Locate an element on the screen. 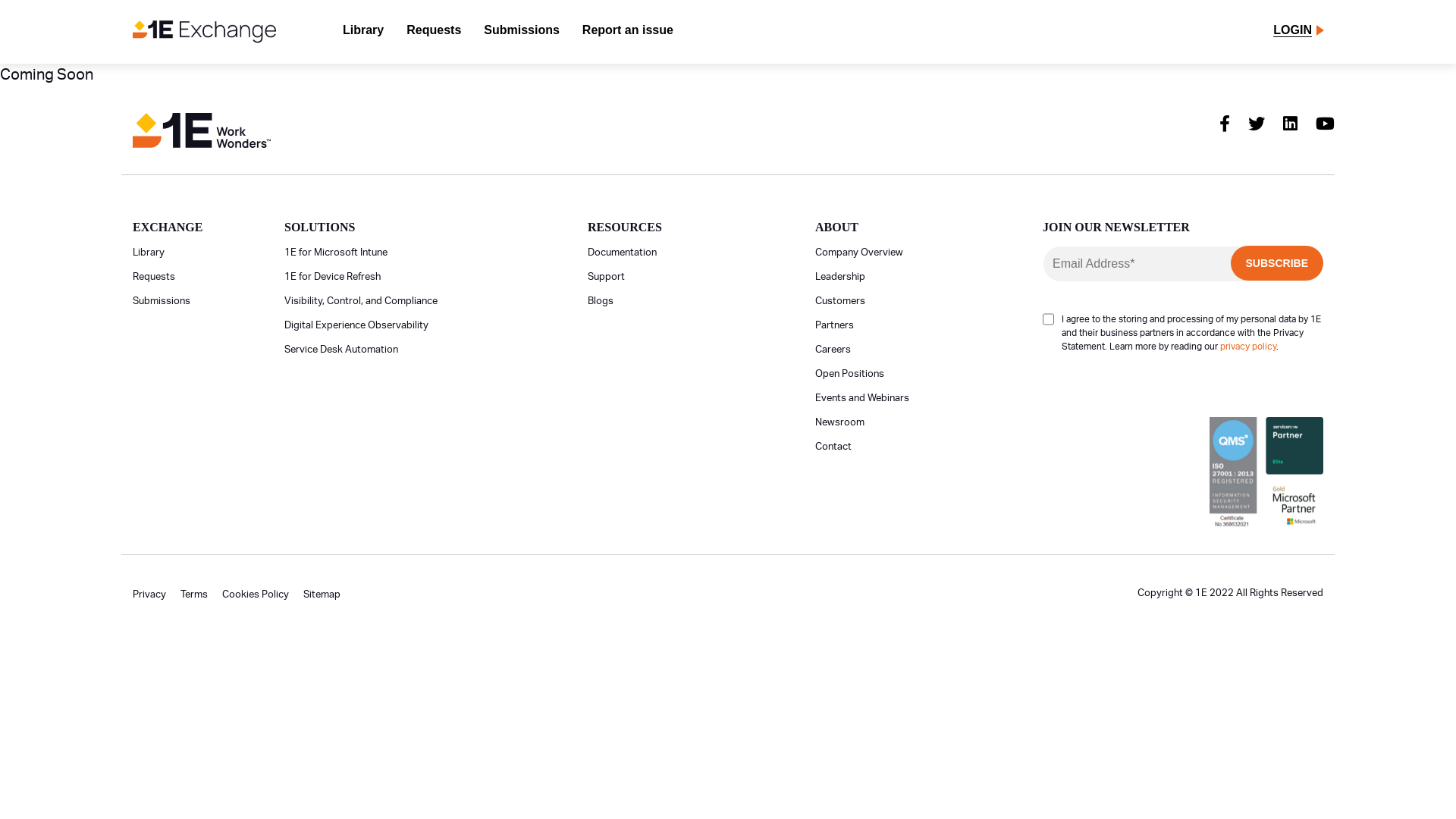  'Events and Webinars' is located at coordinates (862, 397).